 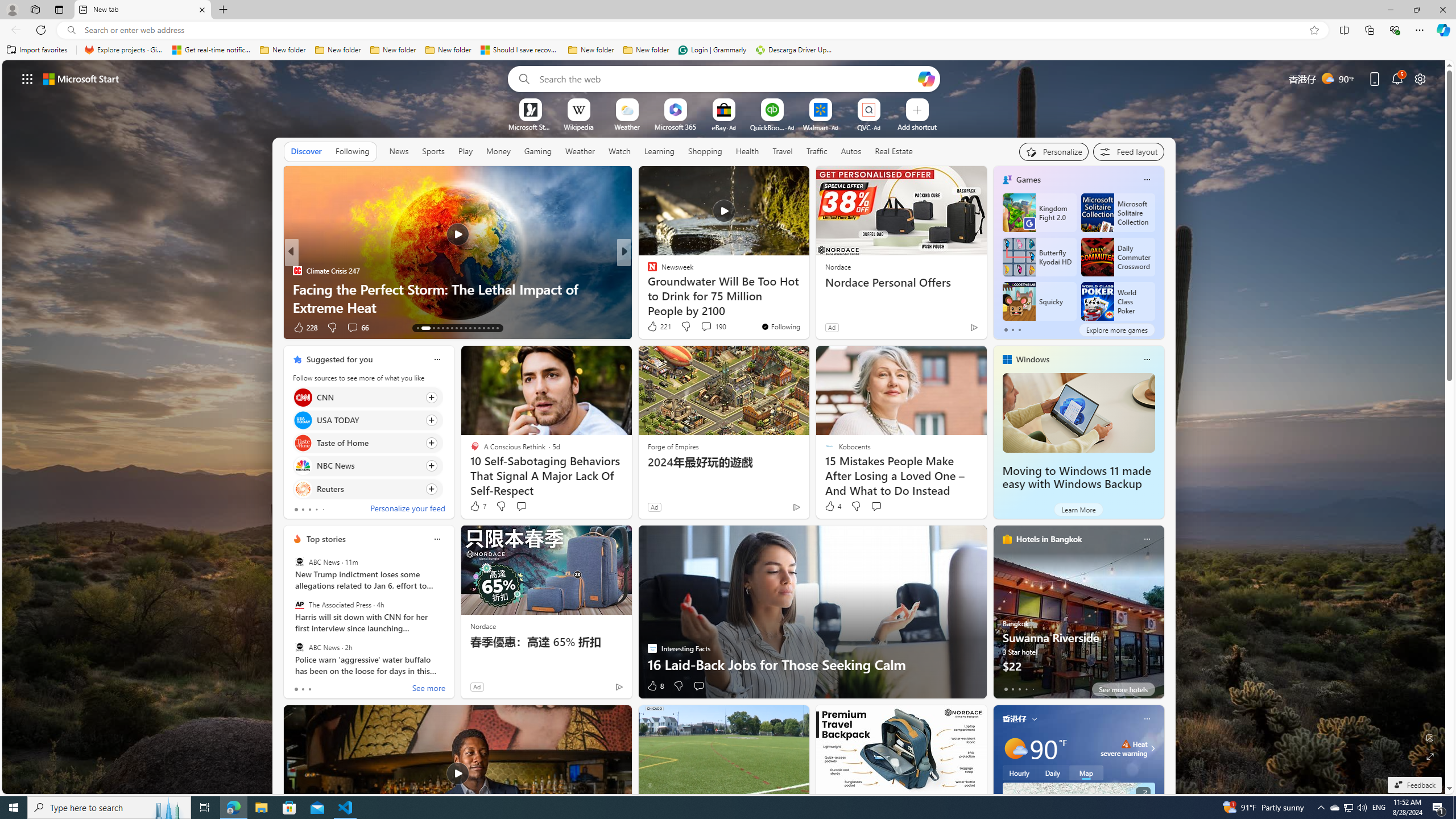 What do you see at coordinates (37, 49) in the screenshot?
I see `'Import favorites'` at bounding box center [37, 49].